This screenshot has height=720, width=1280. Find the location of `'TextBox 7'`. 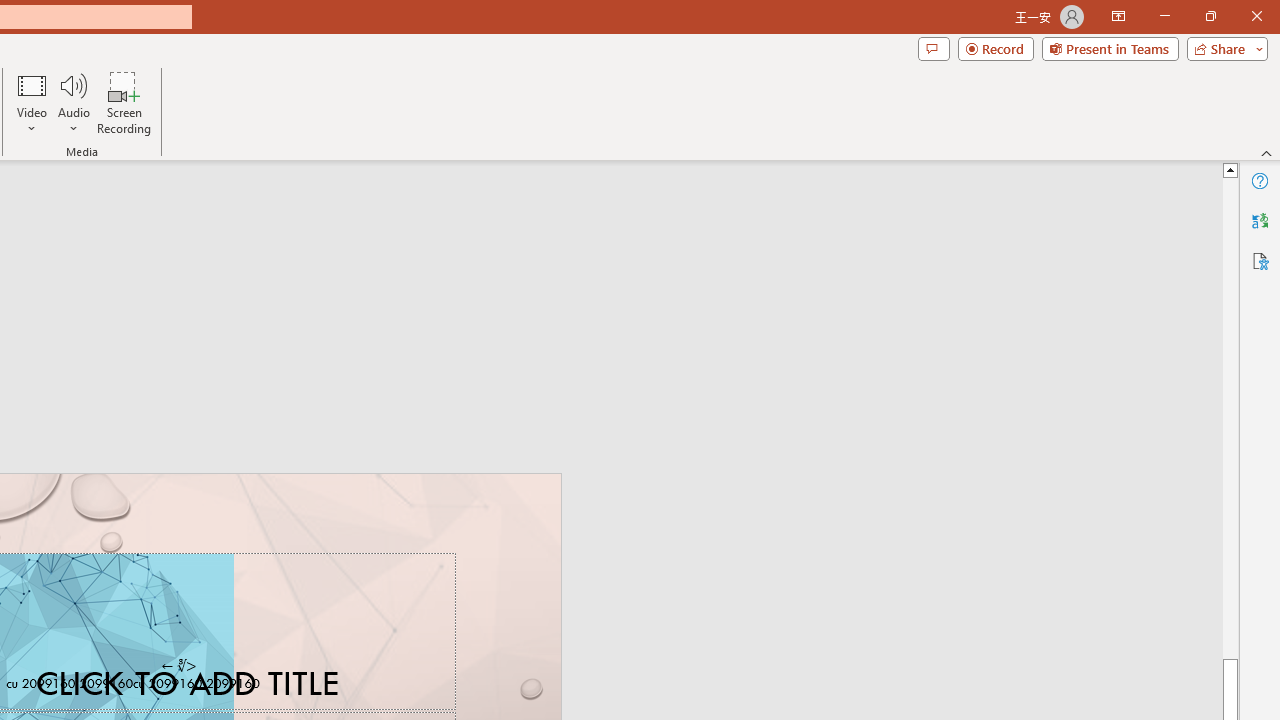

'TextBox 7' is located at coordinates (179, 666).